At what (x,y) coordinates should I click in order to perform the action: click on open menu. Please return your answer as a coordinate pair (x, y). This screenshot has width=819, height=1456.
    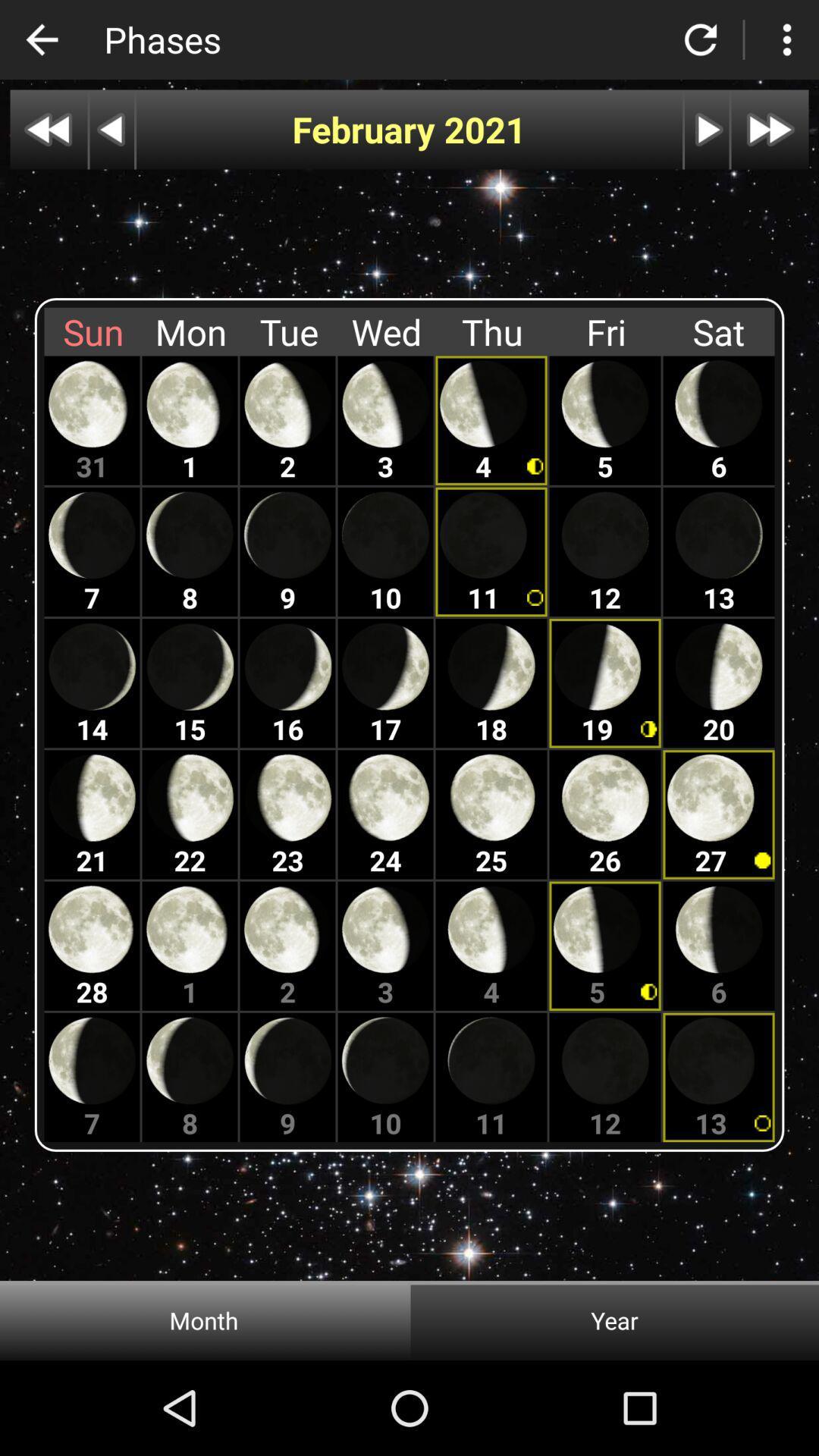
    Looking at the image, I should click on (786, 39).